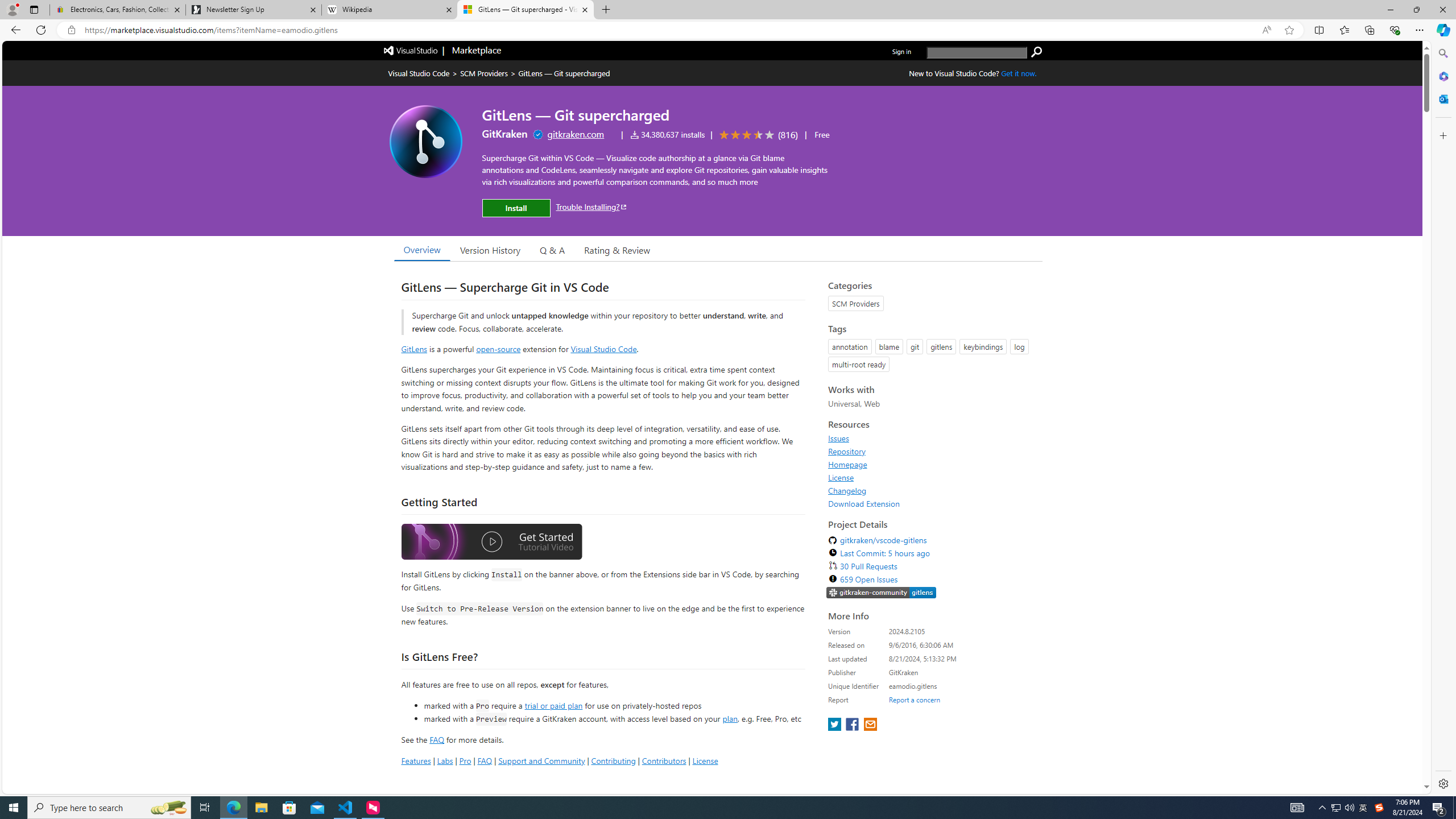 This screenshot has height=819, width=1456. I want to click on 'https://slack.gitkraken.com//', so click(881, 593).